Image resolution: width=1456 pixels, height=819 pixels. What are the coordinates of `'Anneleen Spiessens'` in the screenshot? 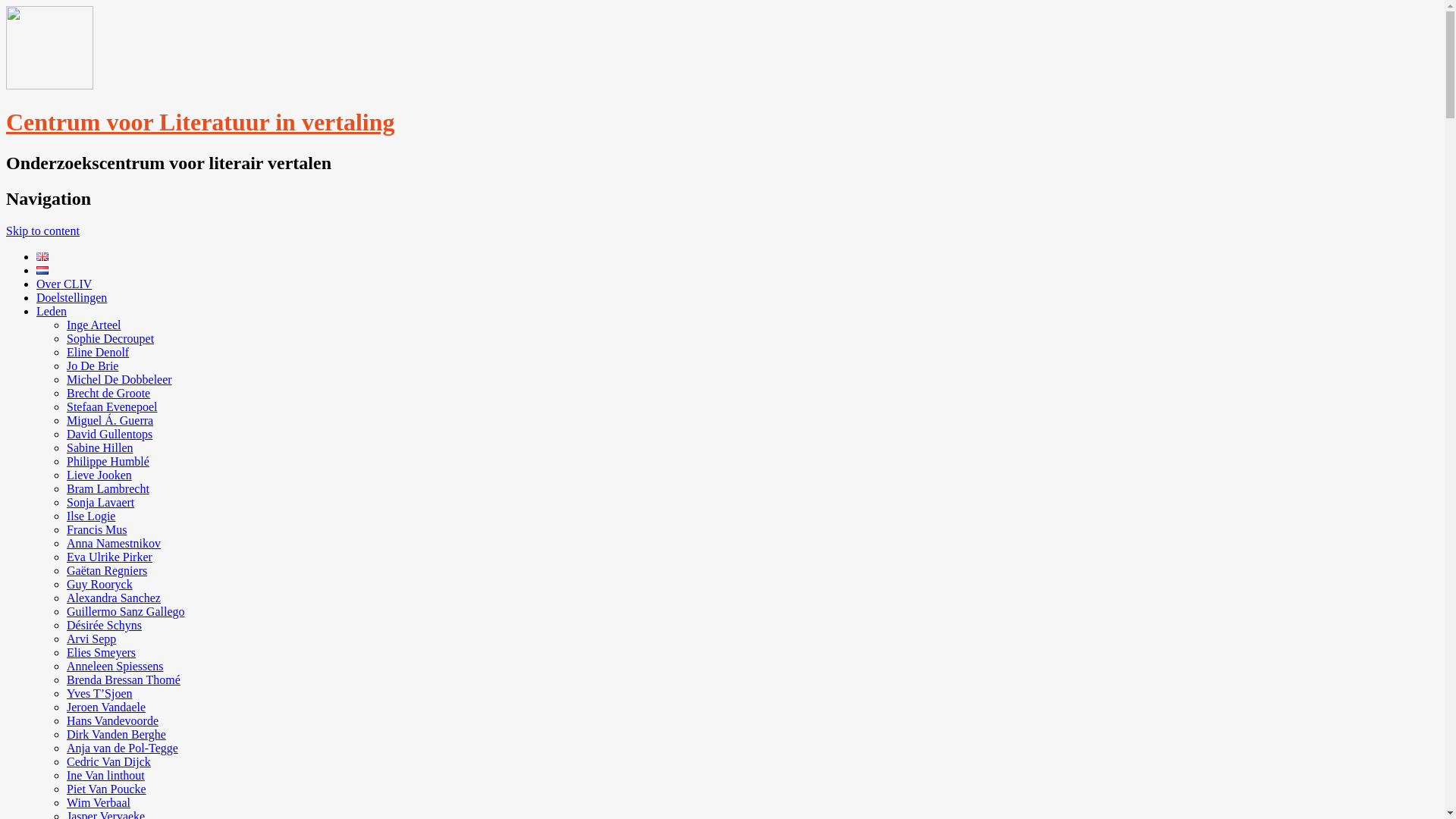 It's located at (115, 665).